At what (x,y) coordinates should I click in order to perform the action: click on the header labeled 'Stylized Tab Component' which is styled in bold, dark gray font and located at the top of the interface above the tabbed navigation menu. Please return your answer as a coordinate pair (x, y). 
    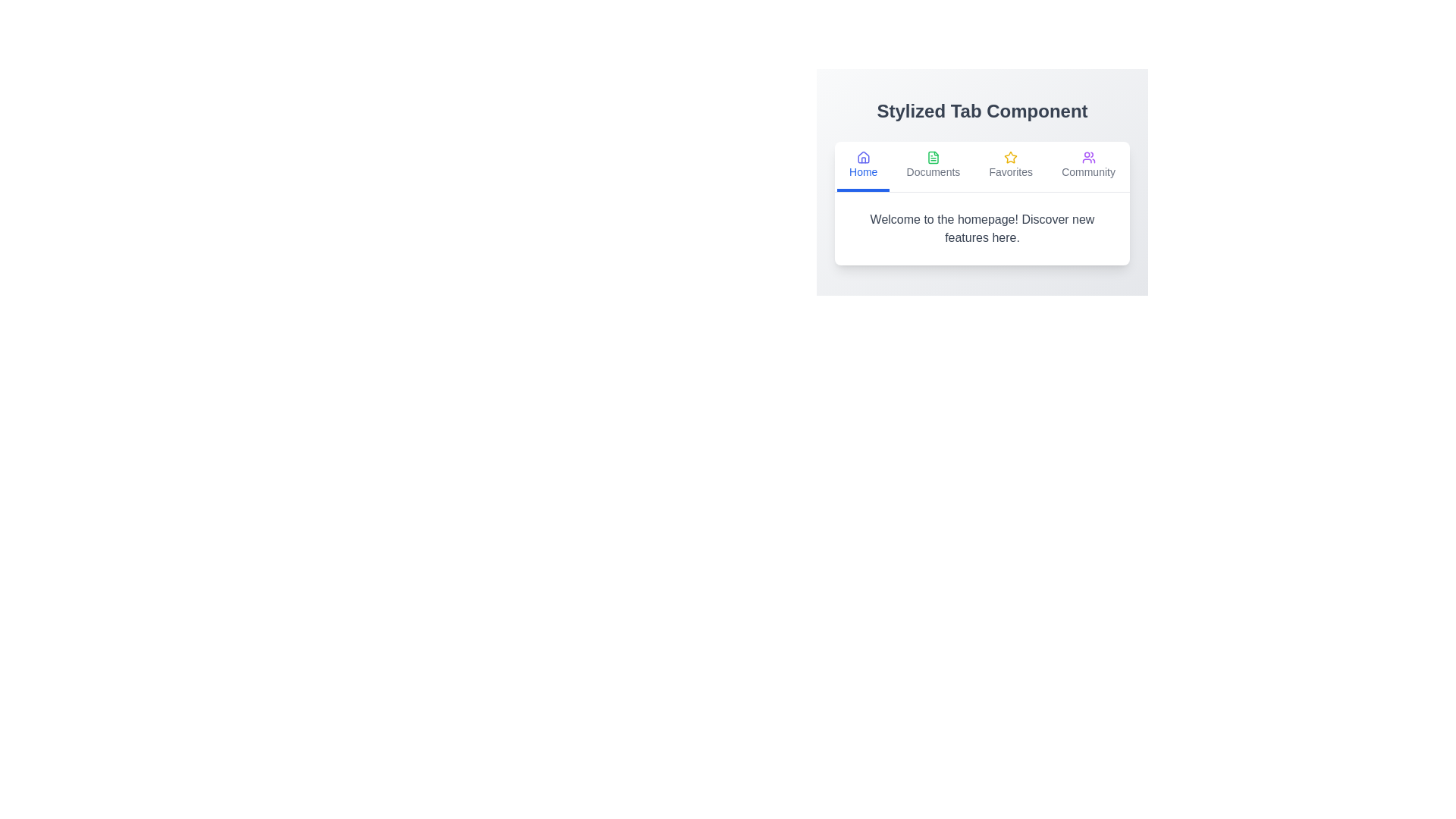
    Looking at the image, I should click on (982, 110).